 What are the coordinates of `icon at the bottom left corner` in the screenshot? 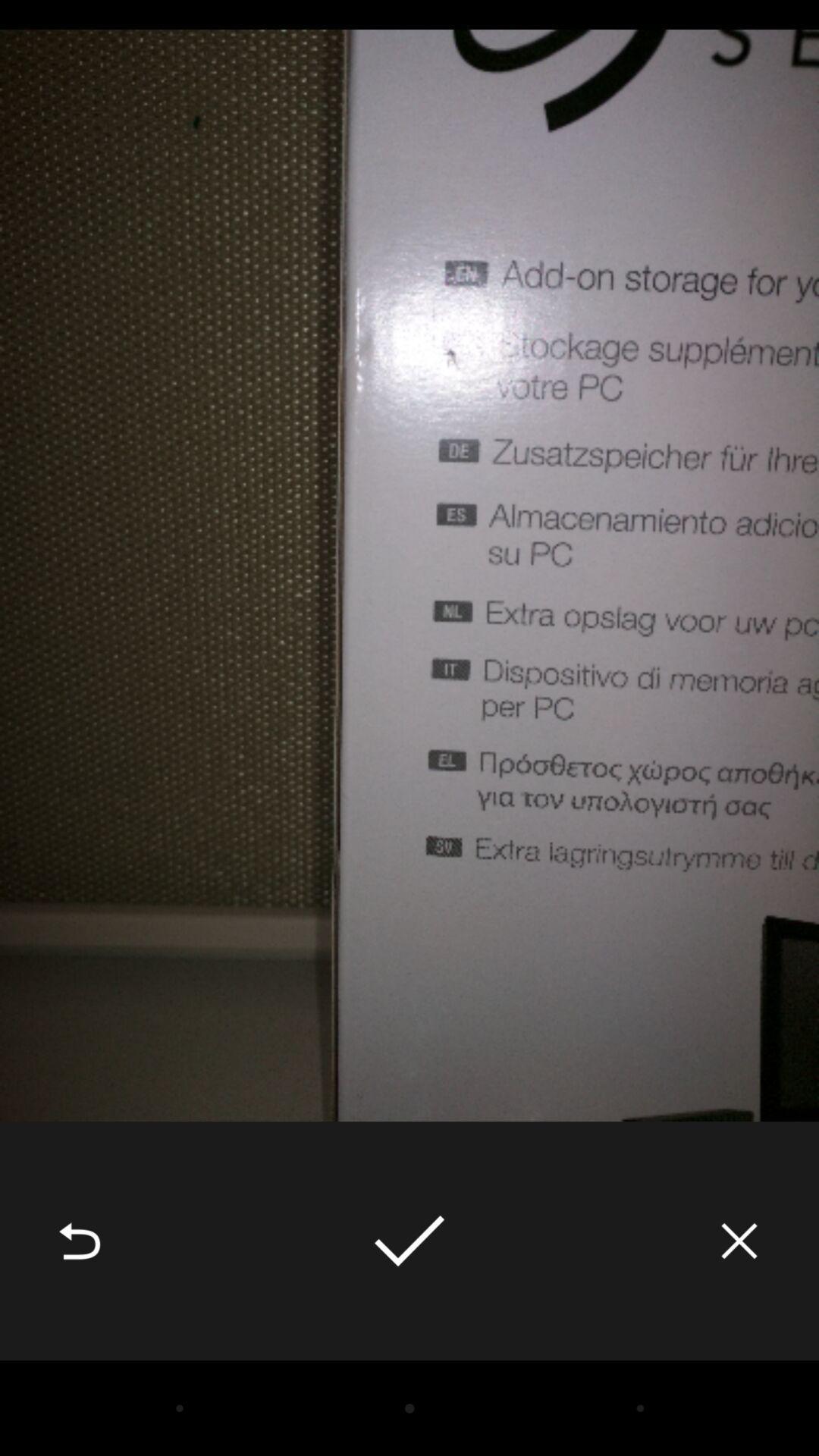 It's located at (79, 1241).